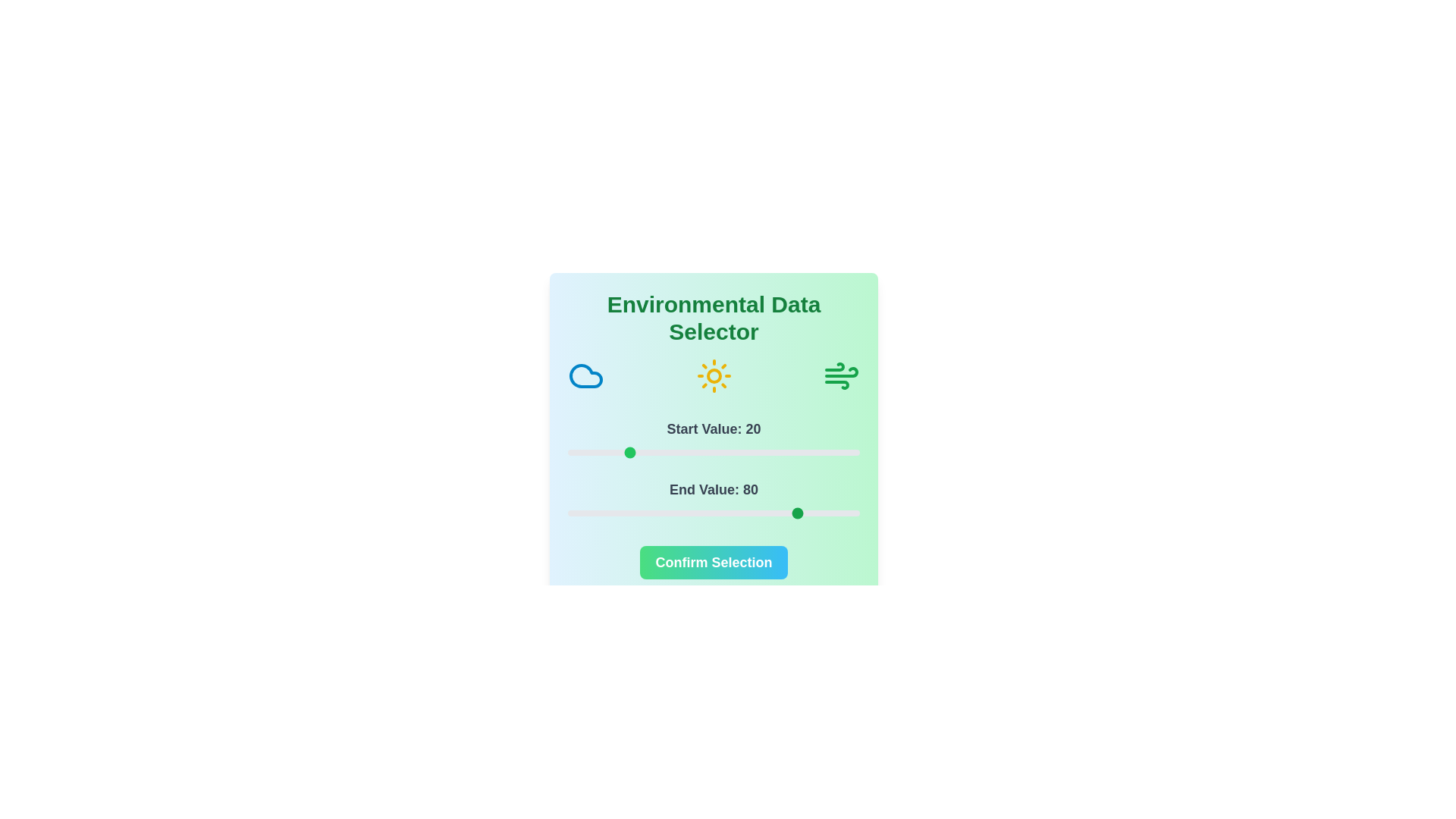 The height and width of the screenshot is (819, 1456). Describe the element at coordinates (786, 513) in the screenshot. I see `the slider` at that location.